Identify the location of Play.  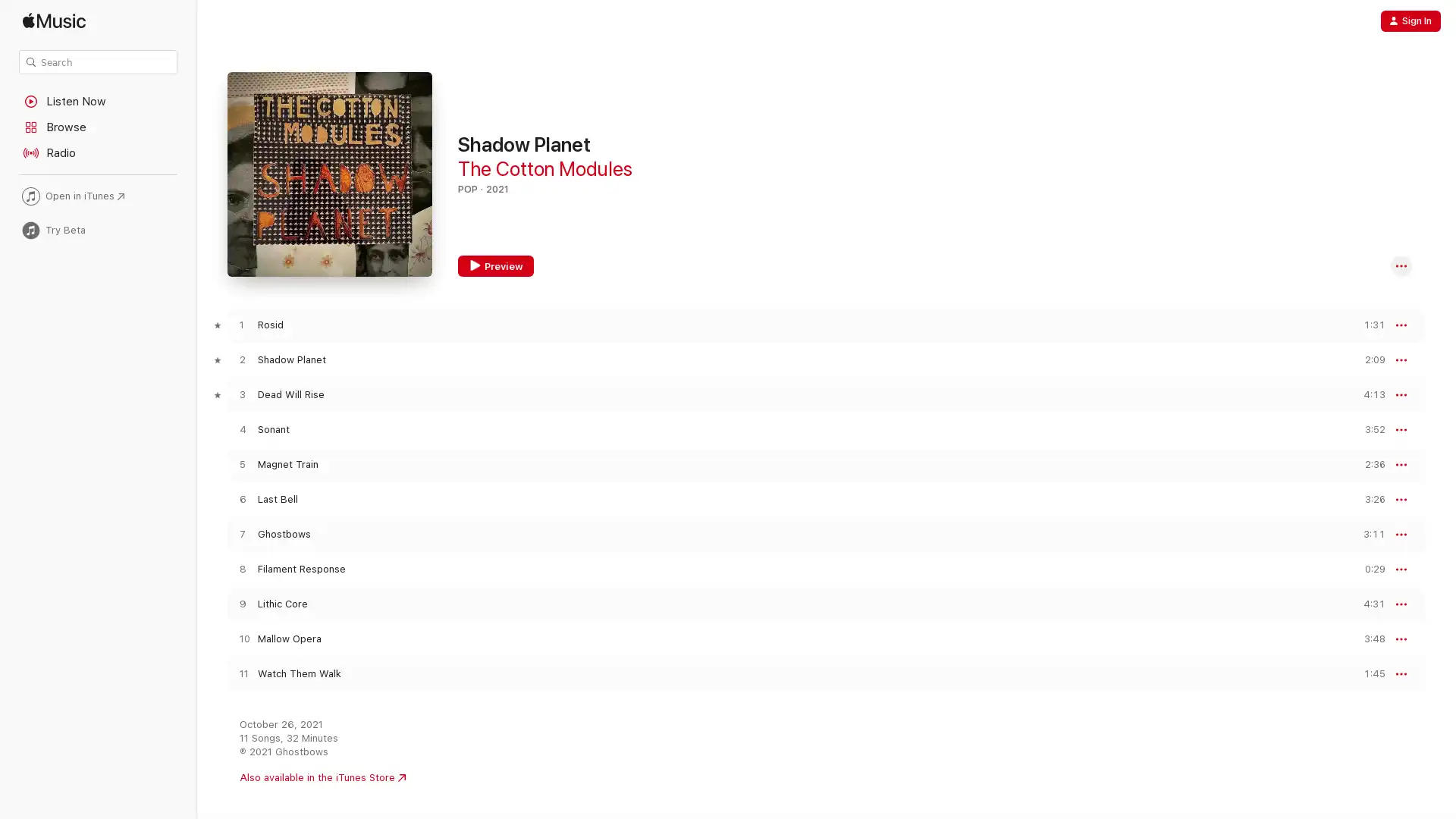
(241, 359).